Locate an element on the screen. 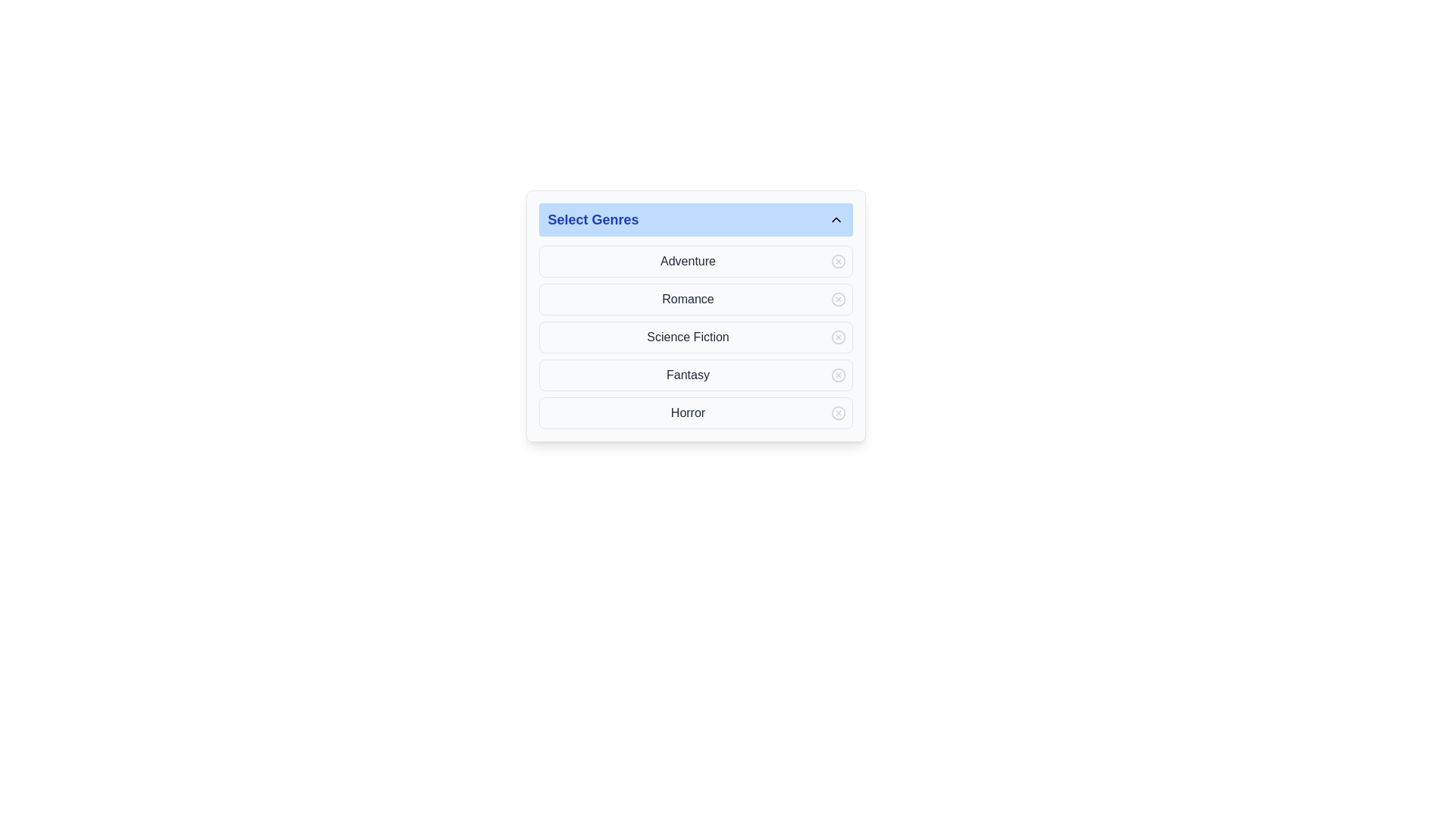  the circular icon button with a cross mark inside it, located to the far right of the 'Science Fiction' list item in the dropdown menu is located at coordinates (837, 336).